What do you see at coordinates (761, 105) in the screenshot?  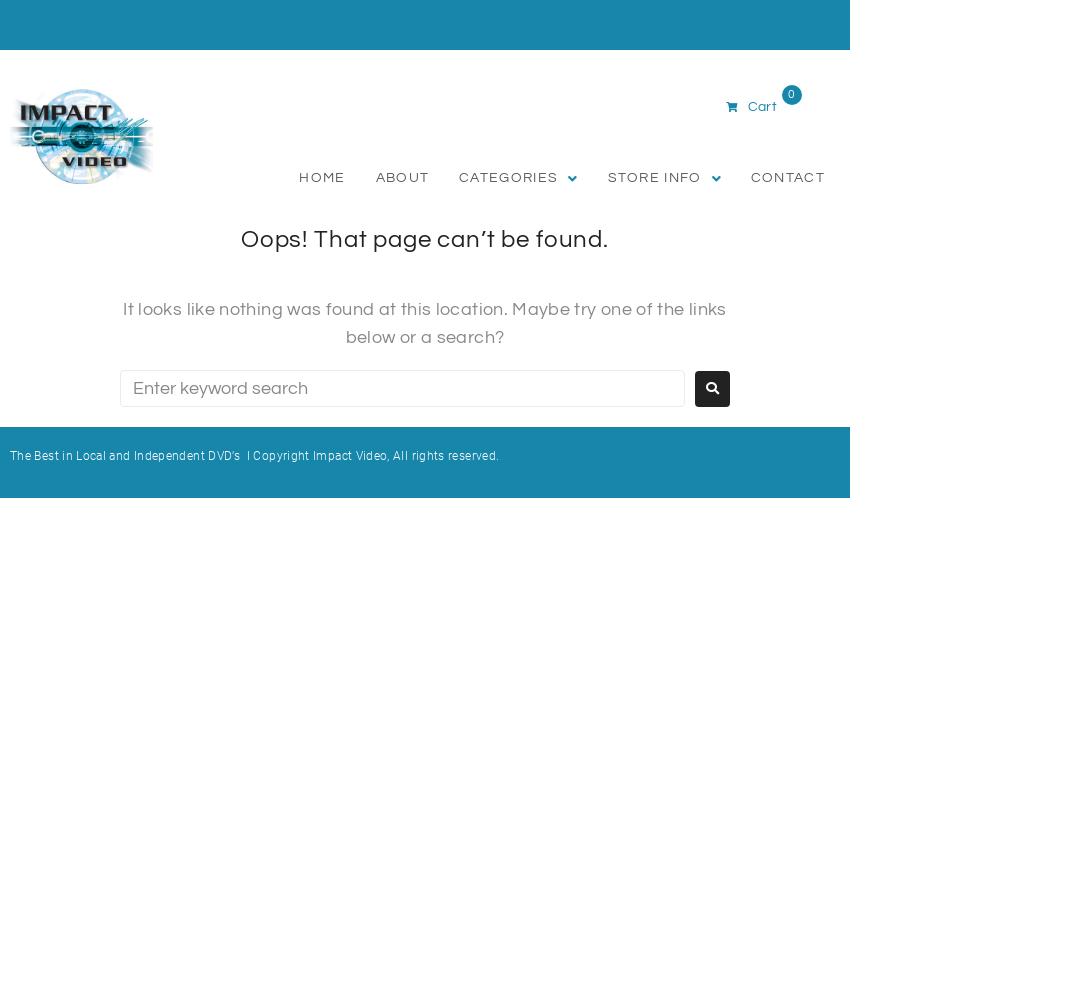 I see `'Cart'` at bounding box center [761, 105].